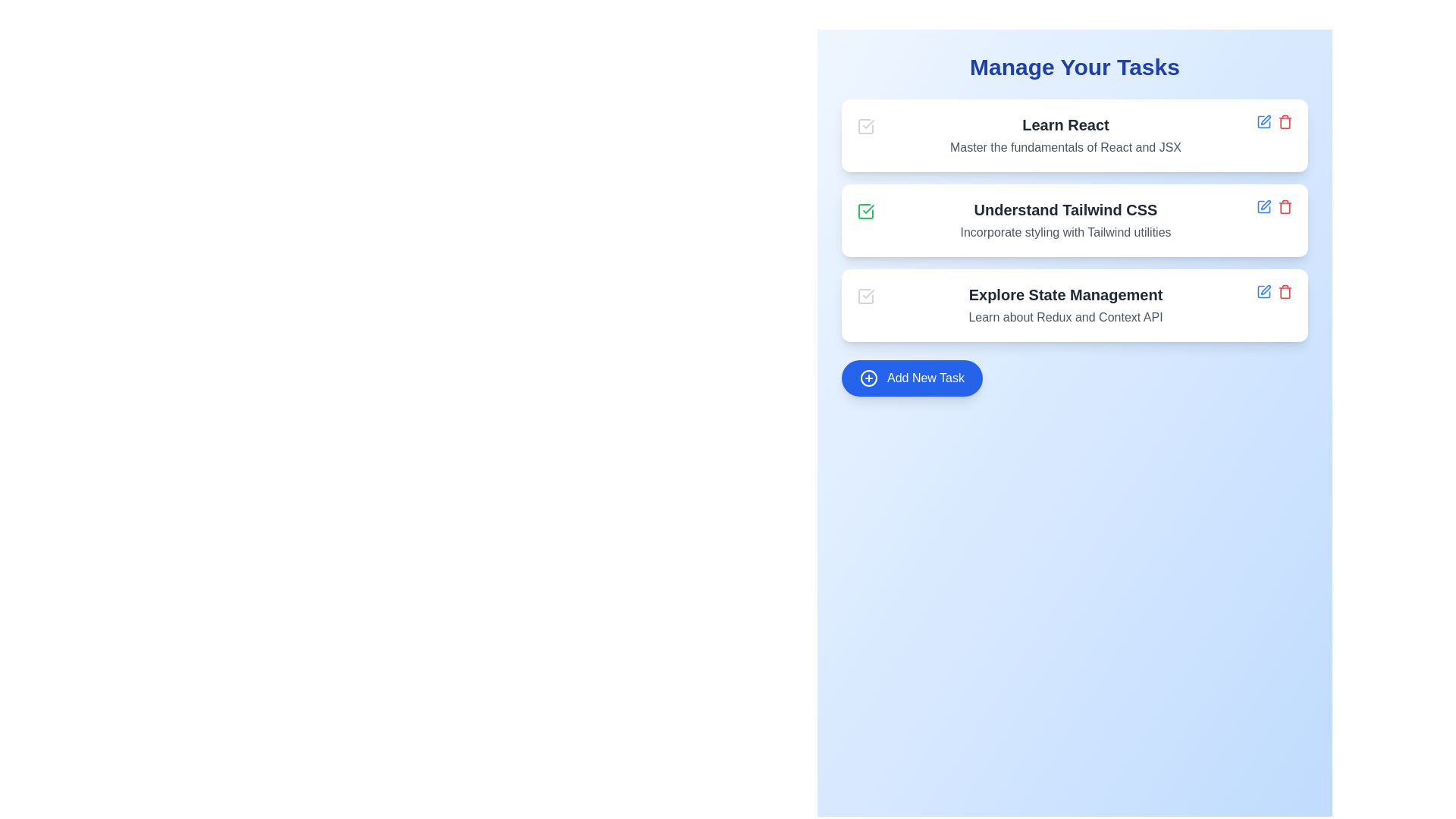 Image resolution: width=1456 pixels, height=819 pixels. Describe the element at coordinates (866, 211) in the screenshot. I see `the green checkbox with a checkmark inside` at that location.